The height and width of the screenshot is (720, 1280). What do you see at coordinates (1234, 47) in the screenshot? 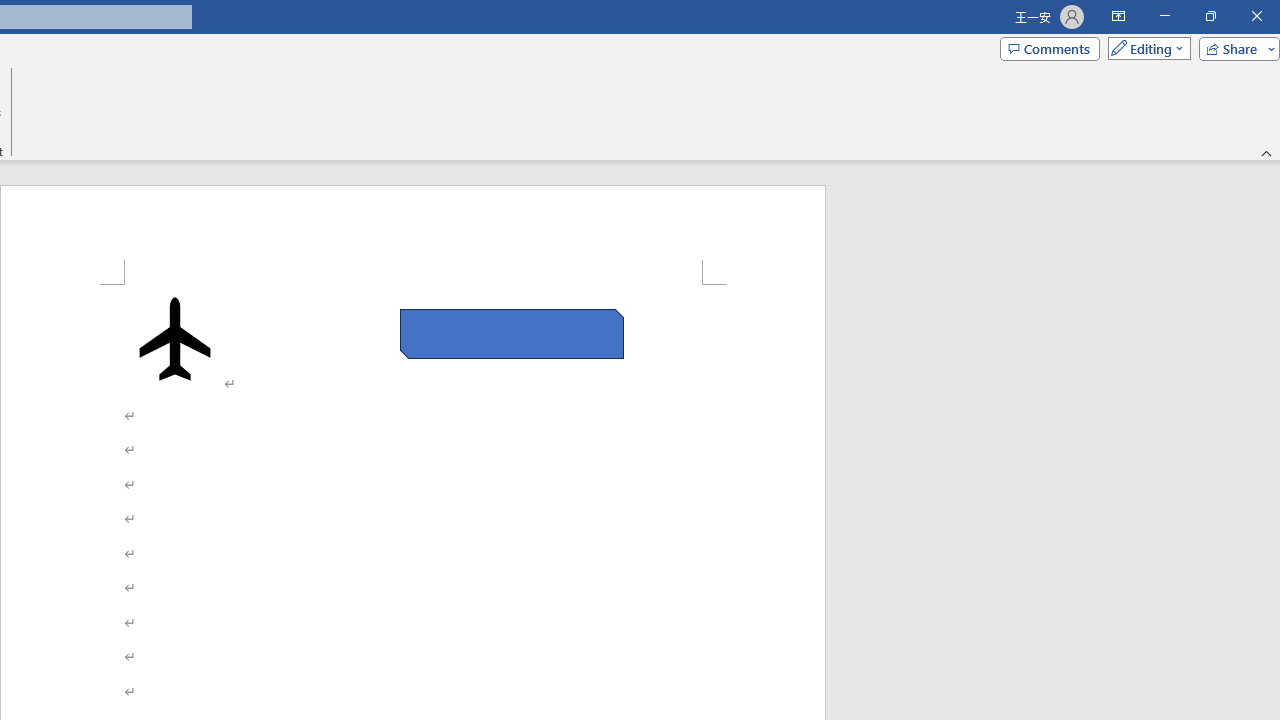
I see `'Share'` at bounding box center [1234, 47].